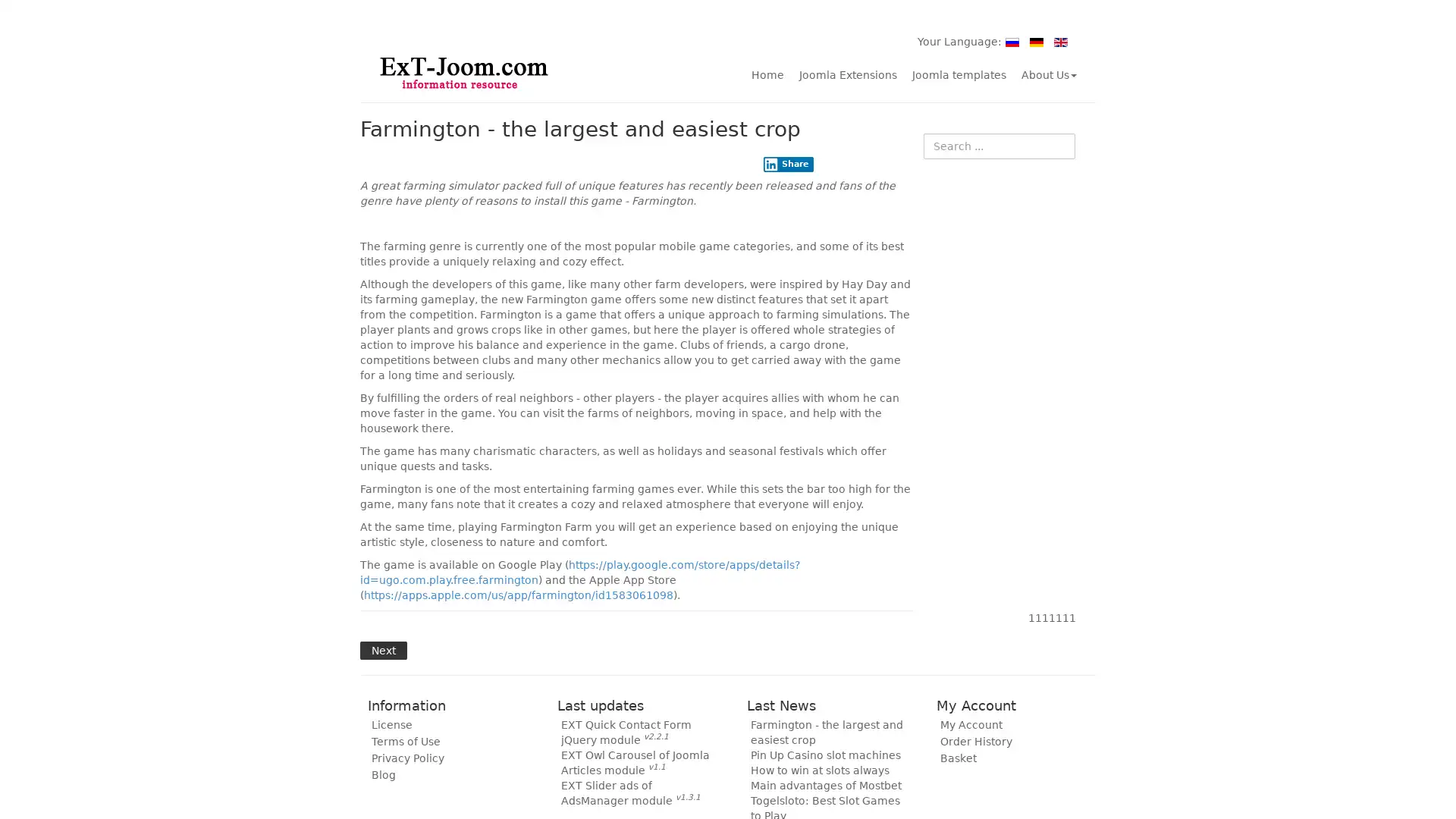 The width and height of the screenshot is (1456, 819). Describe the element at coordinates (788, 164) in the screenshot. I see `Share` at that location.